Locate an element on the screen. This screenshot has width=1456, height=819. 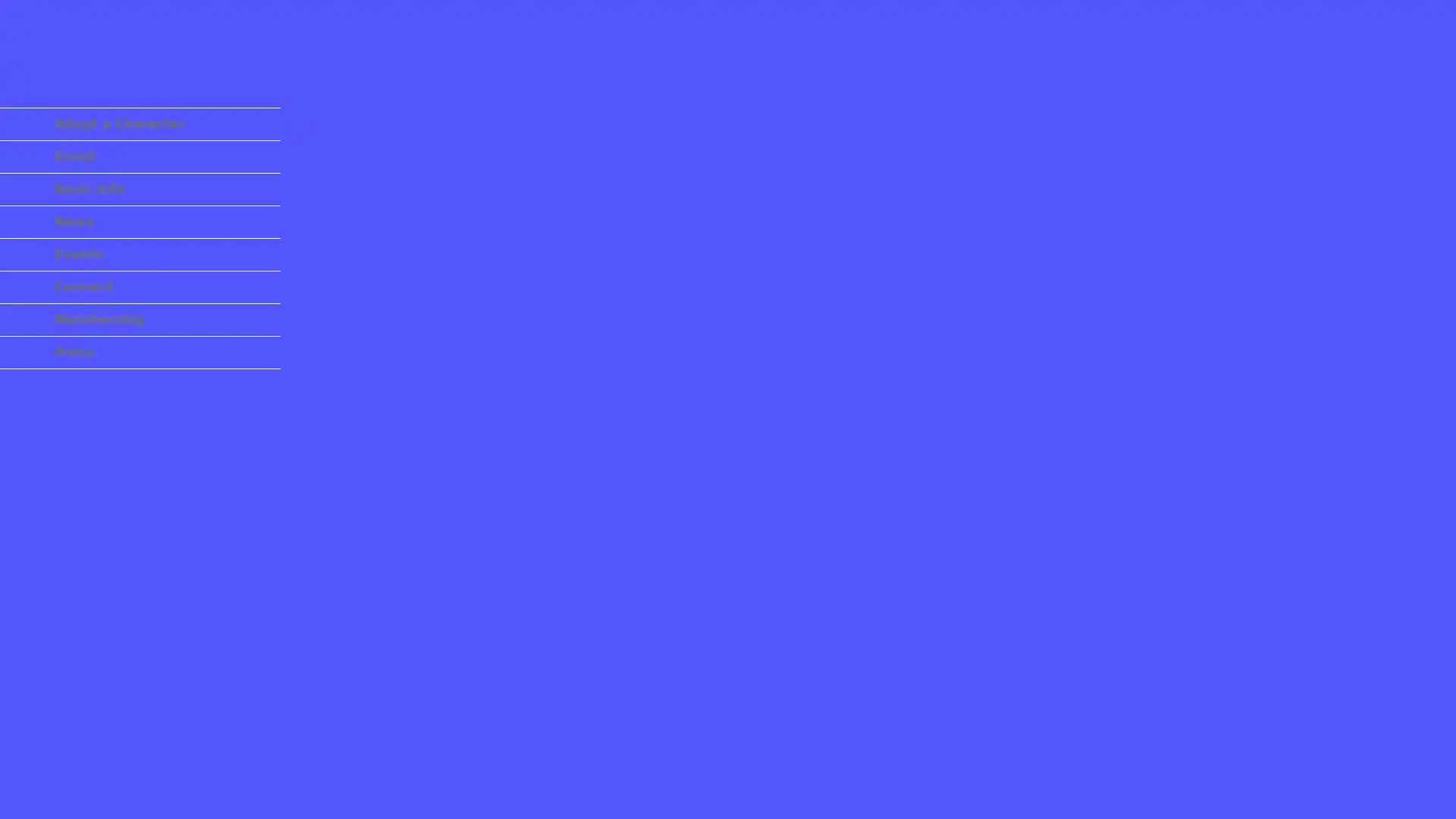
U+2033 is located at coordinates (1282, 292).